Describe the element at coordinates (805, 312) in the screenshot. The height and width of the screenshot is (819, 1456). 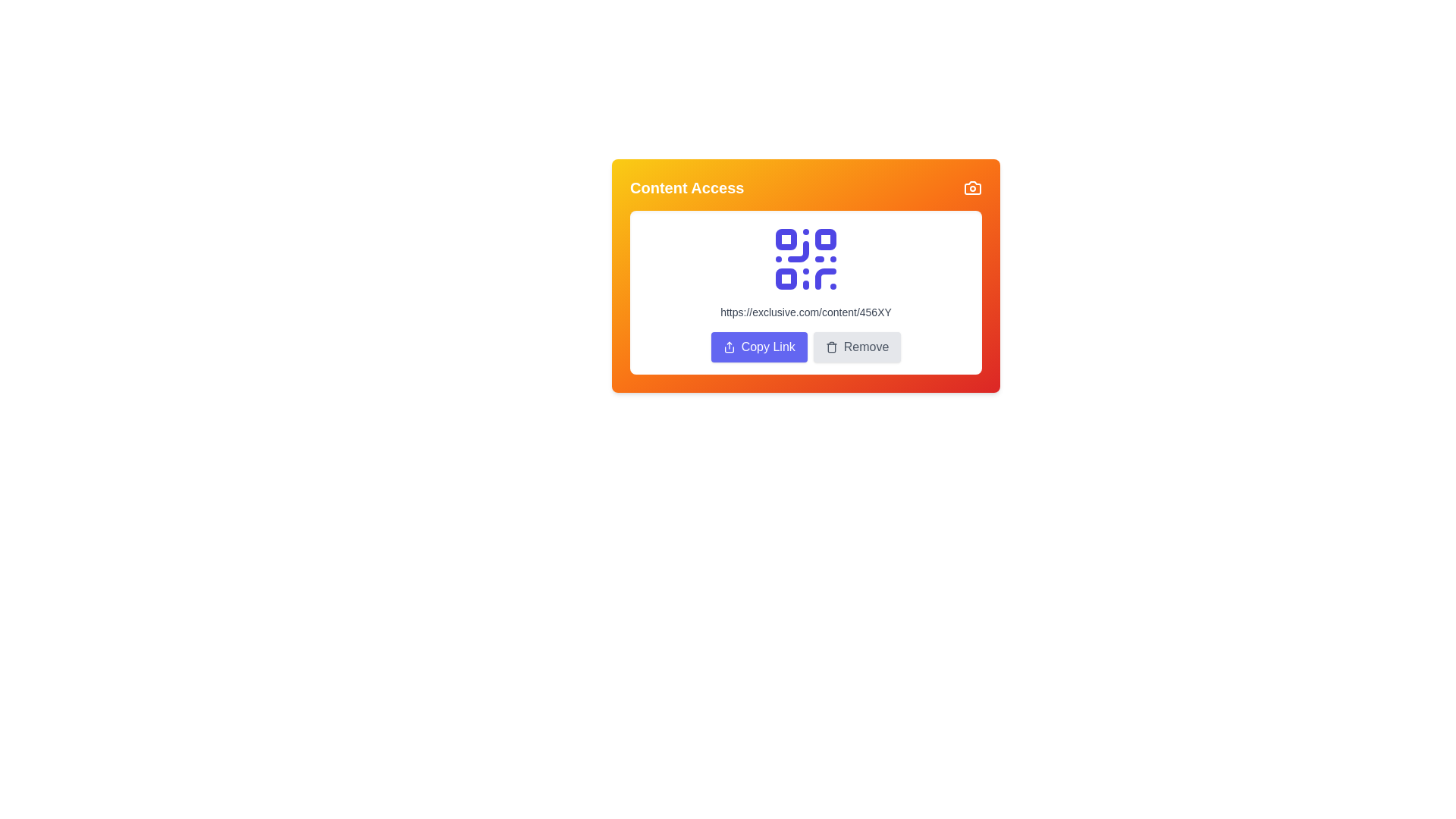
I see `the URL text displayed in the center of the card, located below the QR code, for copying` at that location.